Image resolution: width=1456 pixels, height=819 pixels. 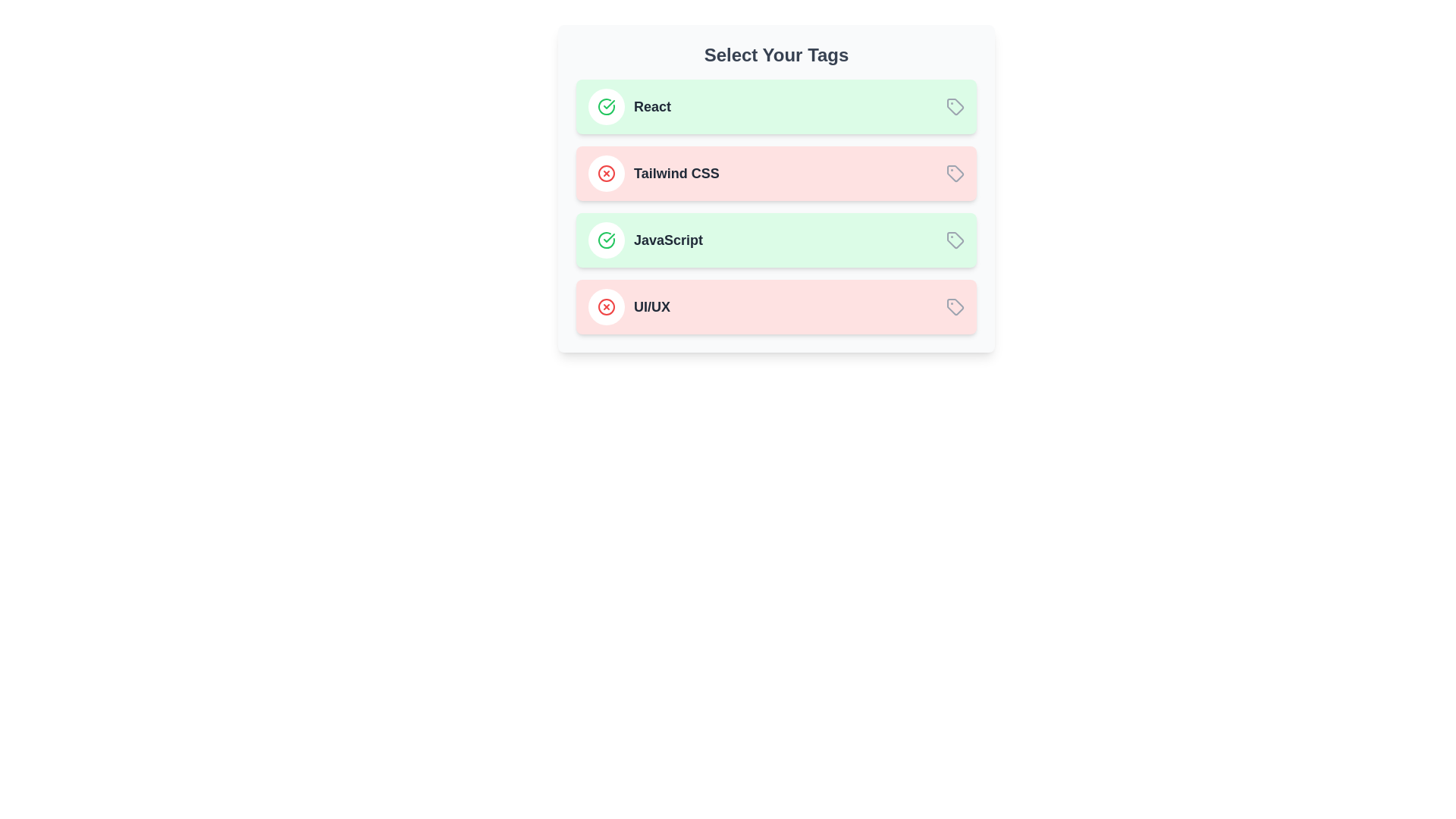 What do you see at coordinates (651, 307) in the screenshot?
I see `the 'UI/UX' text label located in the bottommost rectangular list item, which is centrally aligned and positioned towards the right side after a circular icon and near a graphical tag icon` at bounding box center [651, 307].